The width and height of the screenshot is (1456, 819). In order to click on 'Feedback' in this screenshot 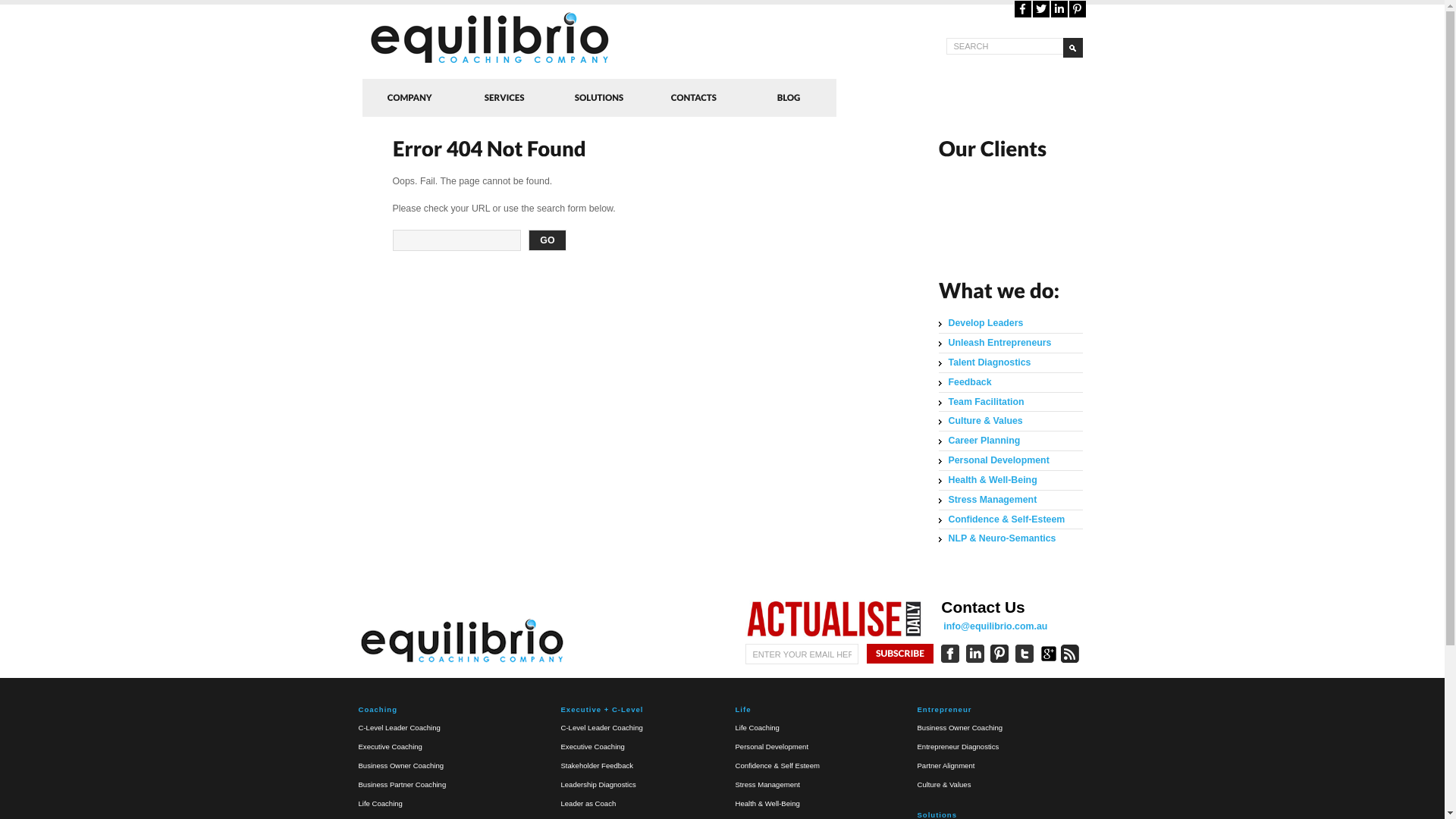, I will do `click(966, 381)`.